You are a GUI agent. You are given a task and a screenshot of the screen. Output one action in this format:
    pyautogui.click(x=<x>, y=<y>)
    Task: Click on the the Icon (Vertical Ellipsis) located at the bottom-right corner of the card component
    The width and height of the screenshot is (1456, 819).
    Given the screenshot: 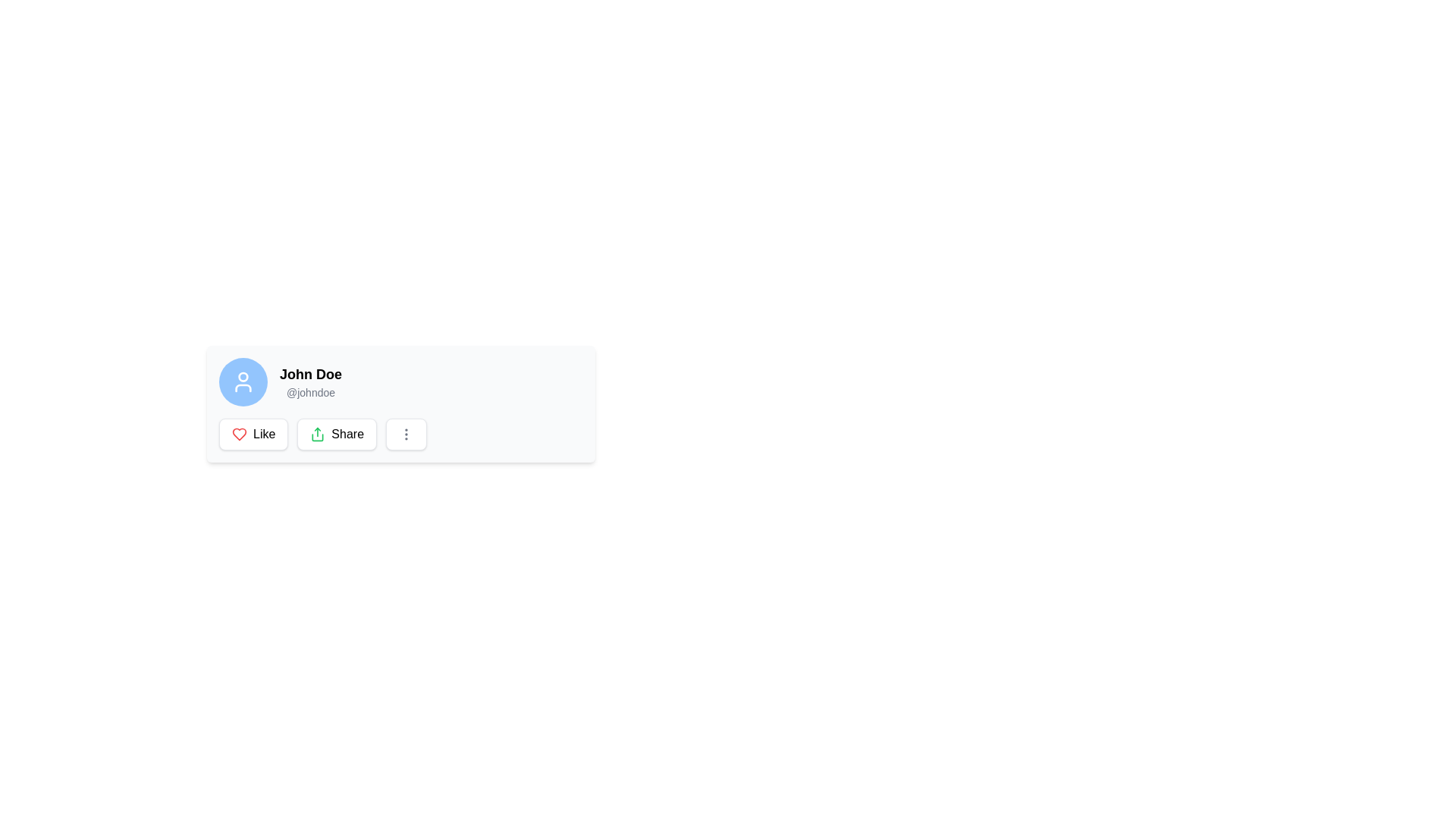 What is the action you would take?
    pyautogui.click(x=406, y=435)
    